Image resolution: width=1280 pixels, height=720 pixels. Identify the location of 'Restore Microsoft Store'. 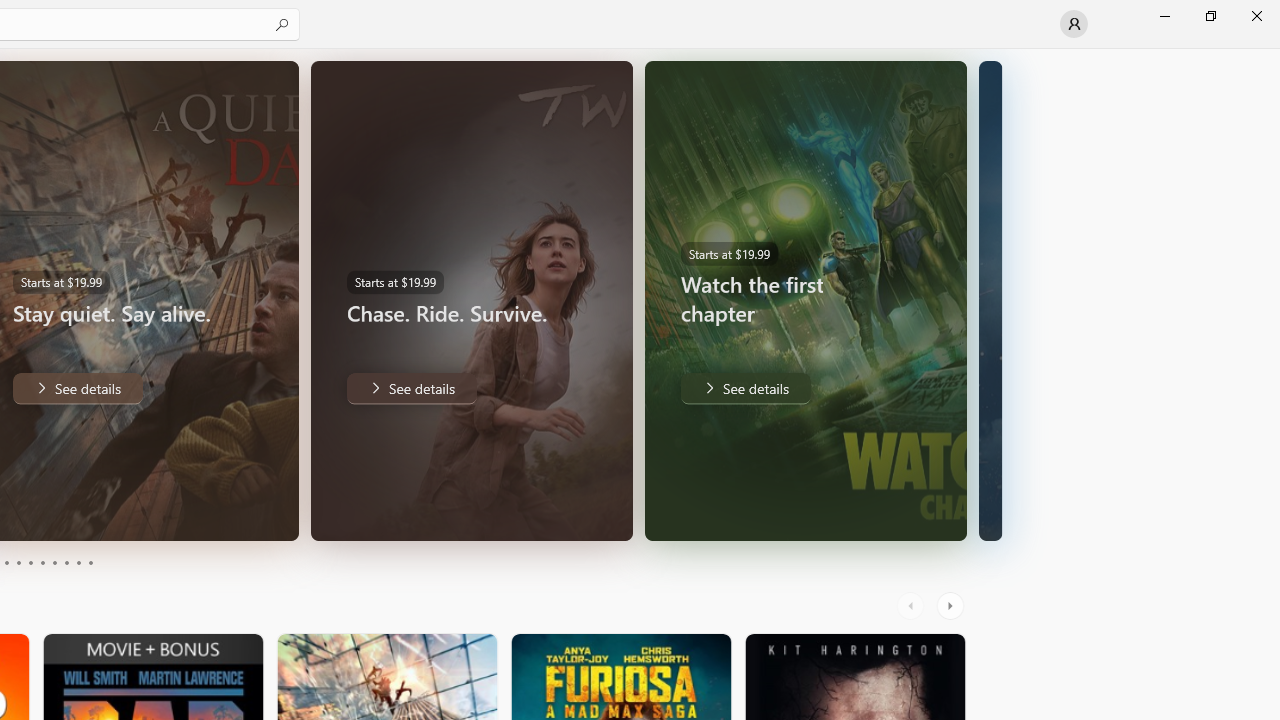
(1209, 15).